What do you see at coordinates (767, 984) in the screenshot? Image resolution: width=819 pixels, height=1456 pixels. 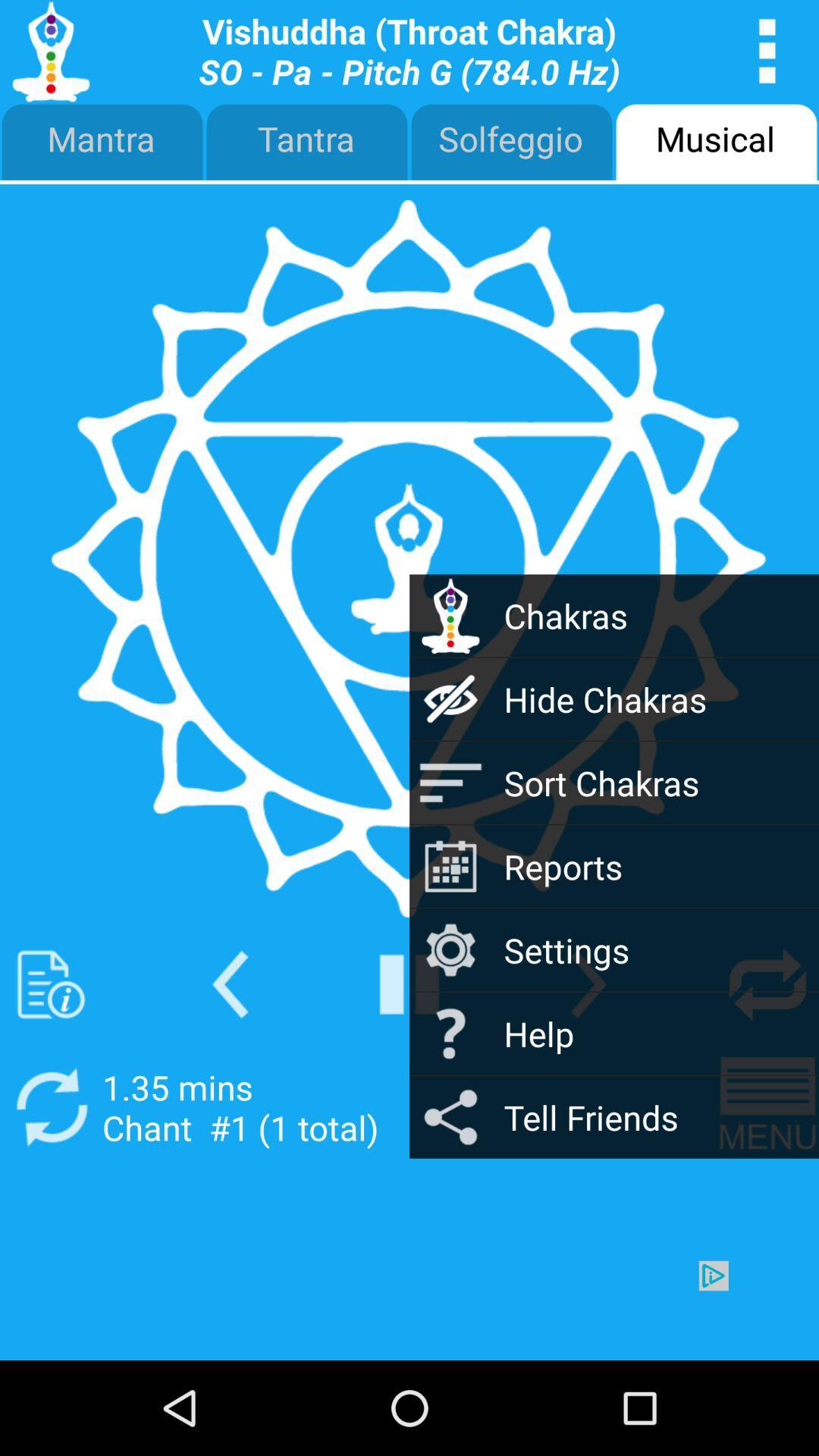 I see `setting` at bounding box center [767, 984].